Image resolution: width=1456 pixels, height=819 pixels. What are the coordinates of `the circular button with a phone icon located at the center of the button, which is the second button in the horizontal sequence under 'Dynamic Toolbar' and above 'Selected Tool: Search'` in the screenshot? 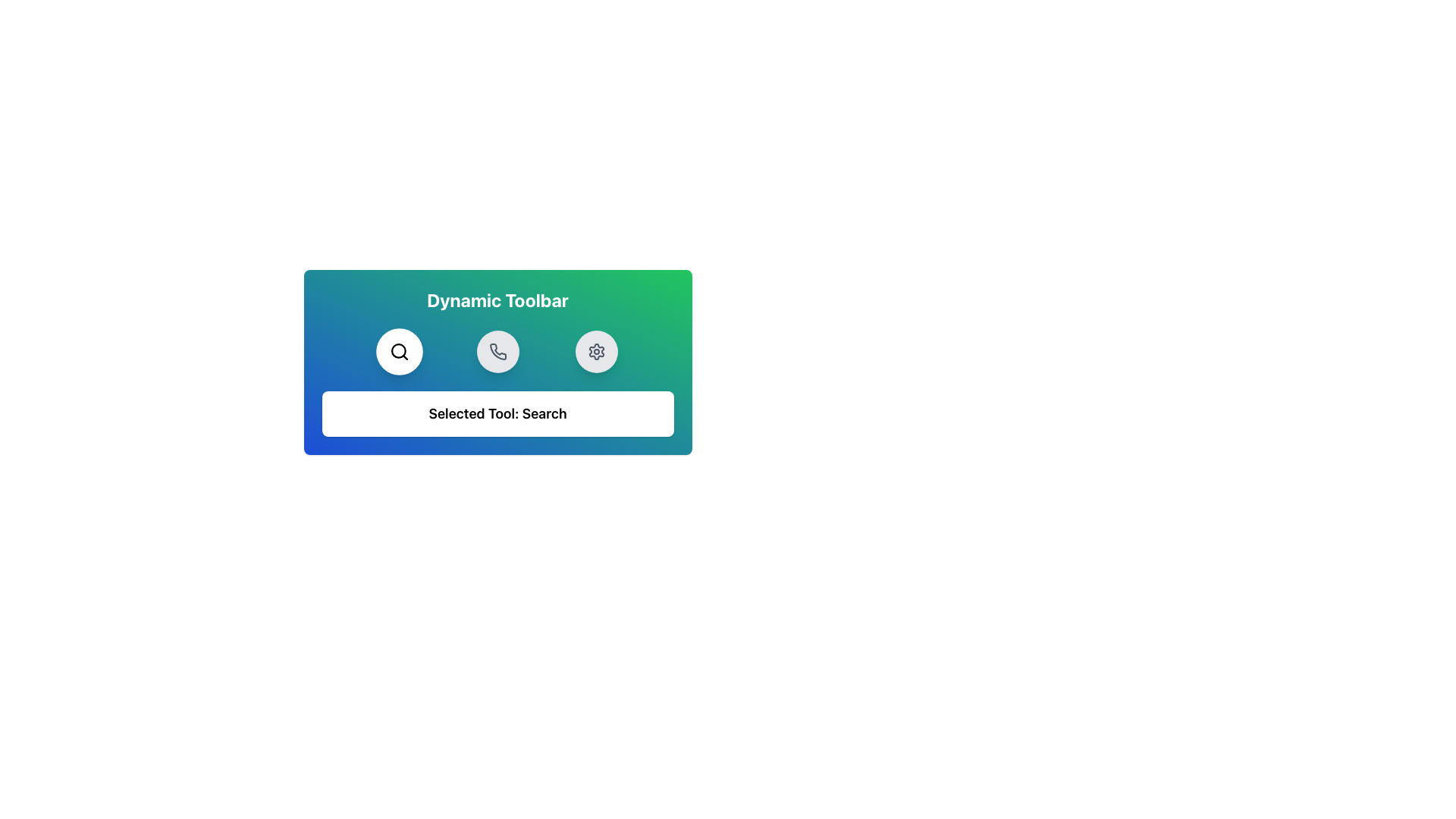 It's located at (497, 351).